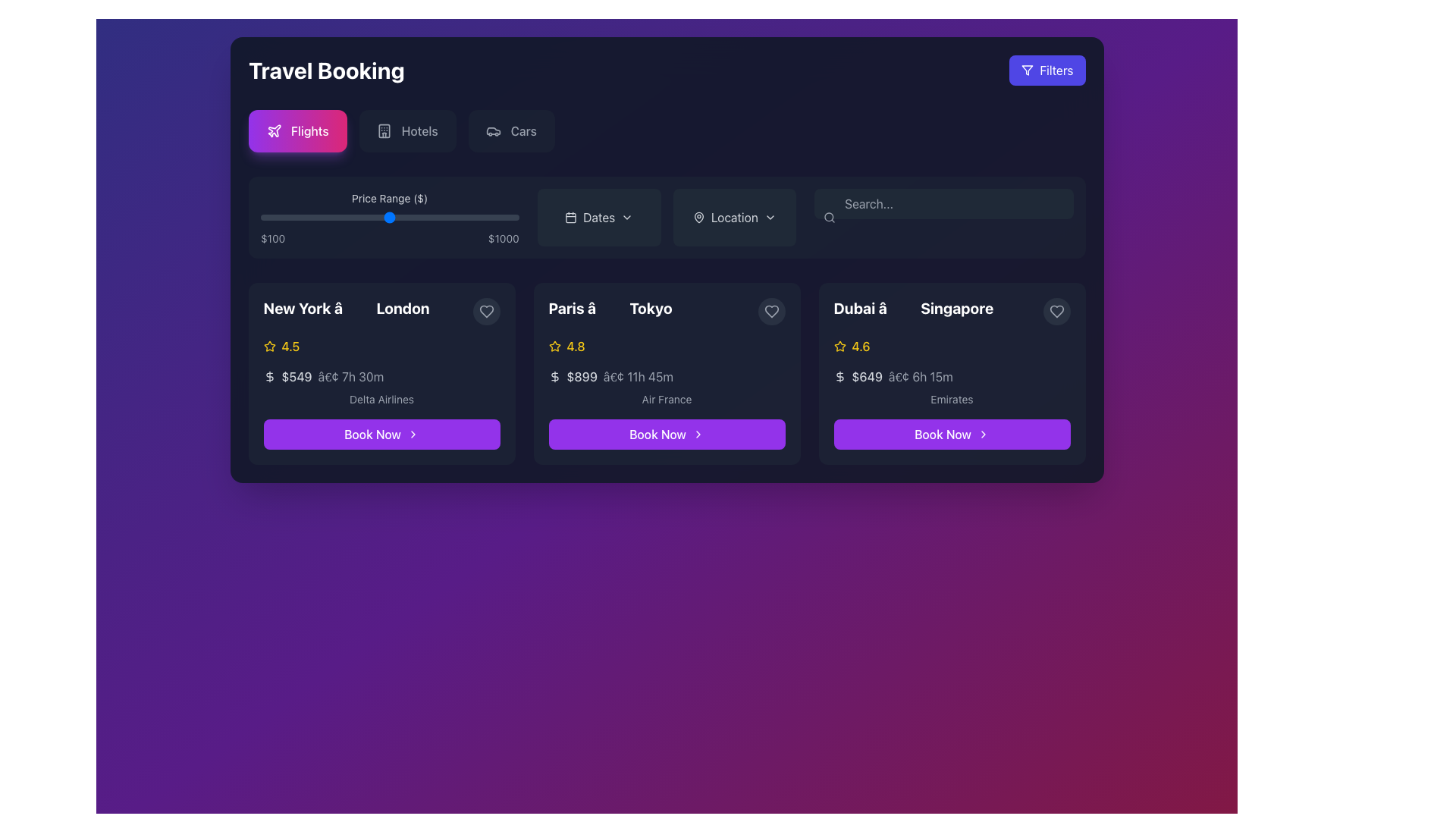  I want to click on the heart-shaped icon in the 'Paris to Tokyo' card to favorite it, so click(771, 311).